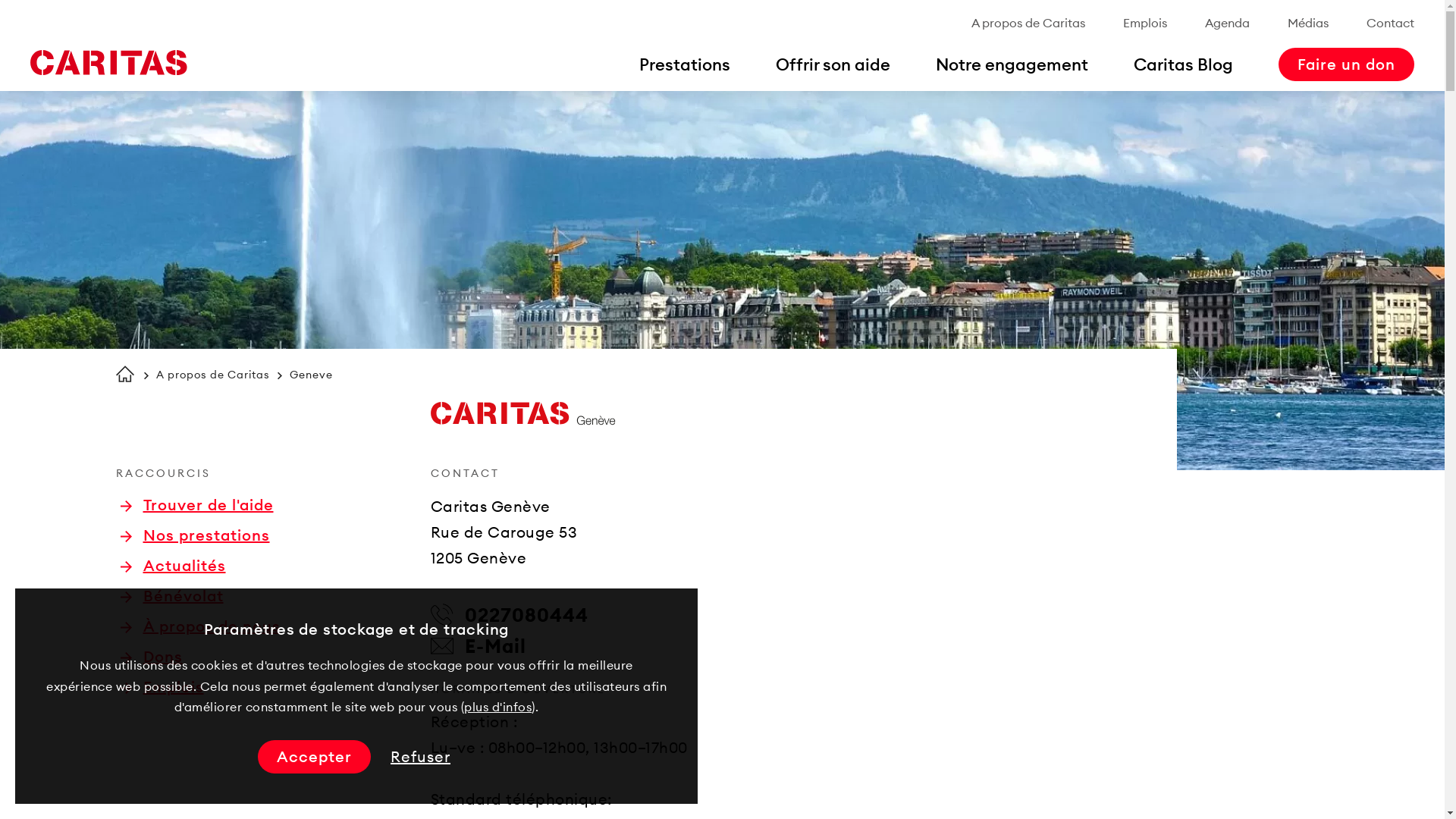  Describe the element at coordinates (1182, 63) in the screenshot. I see `'Caritas Blog'` at that location.